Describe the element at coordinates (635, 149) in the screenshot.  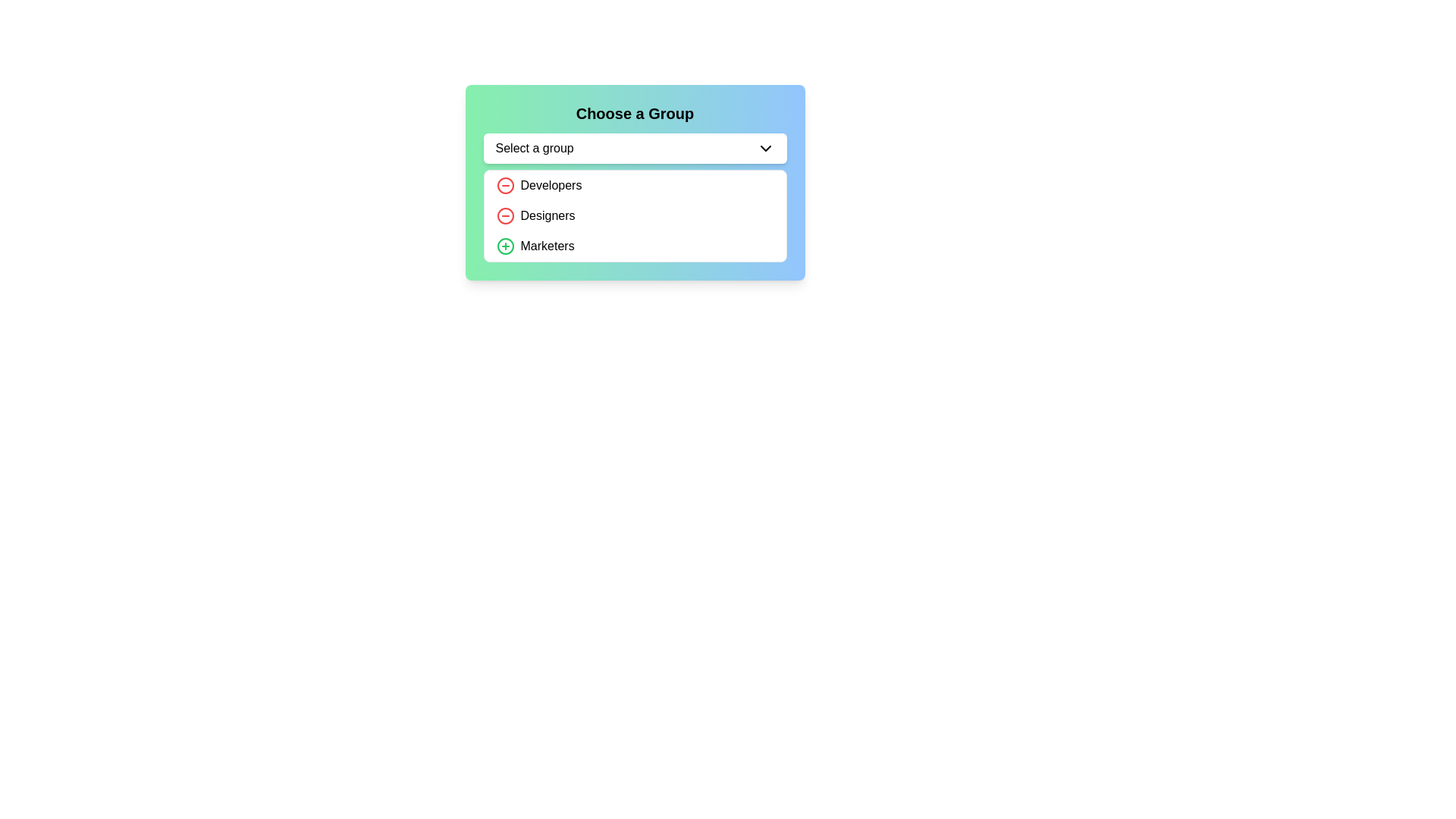
I see `the Dropdown menu trigger located beneath the title 'Choose a Group' to indicate focus` at that location.